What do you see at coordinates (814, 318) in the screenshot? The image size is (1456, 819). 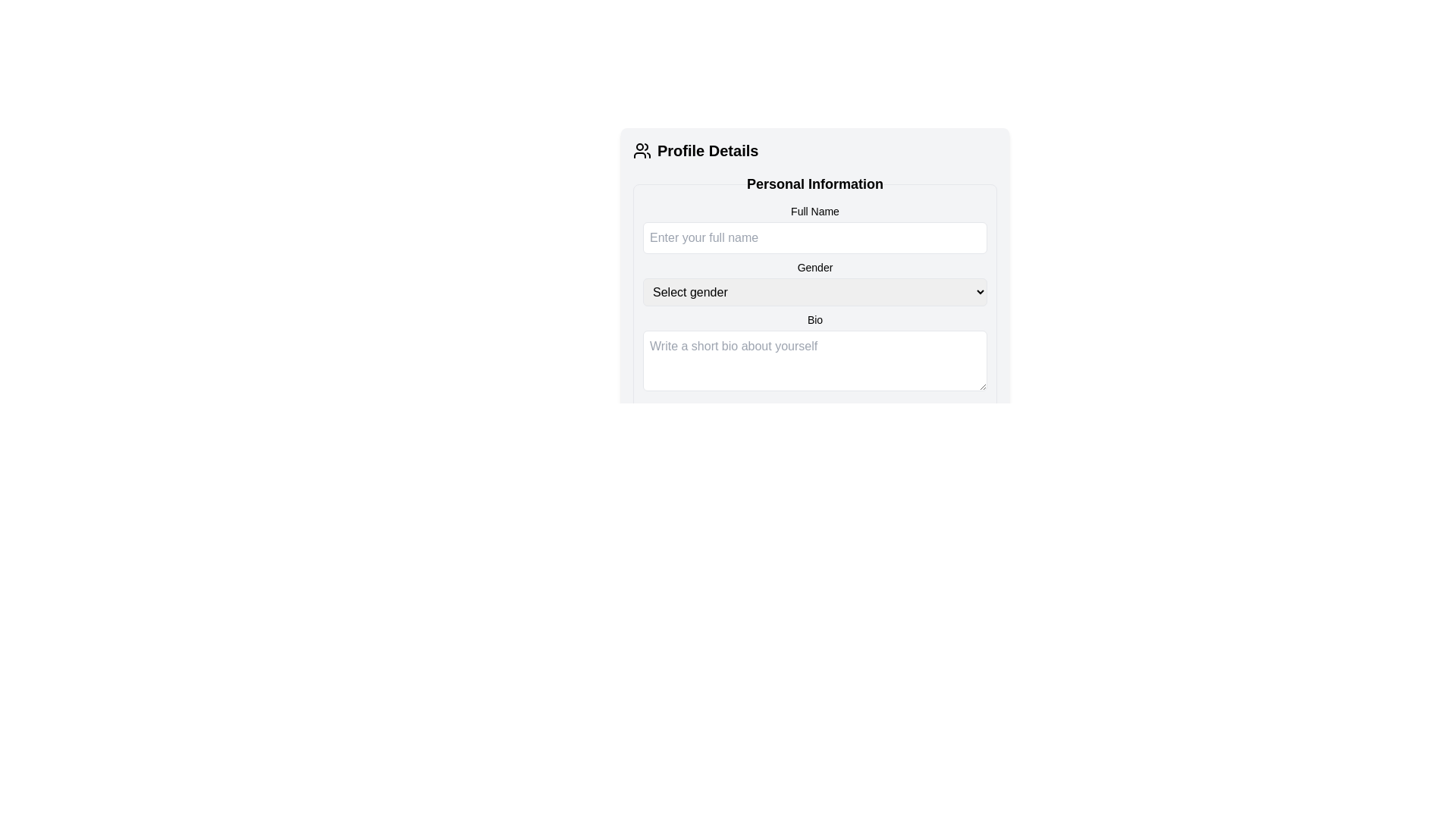 I see `the static text label that indicates the purpose of the input field below it, which guides users to provide a short self-description` at bounding box center [814, 318].